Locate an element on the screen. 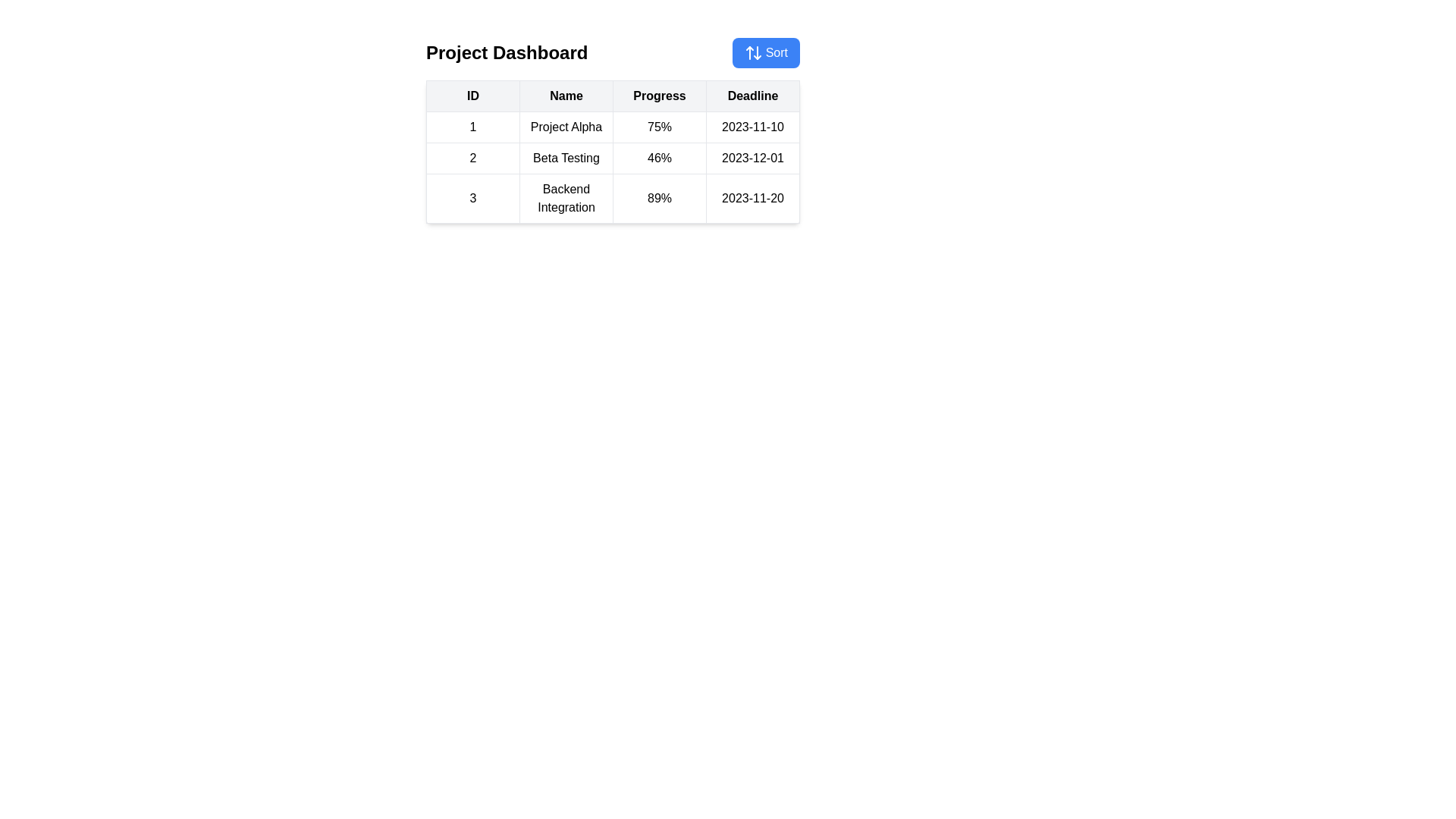 The width and height of the screenshot is (1456, 819). the progress percentage display field located in the 'Progress' column of the table, specifically in the second row corresponding to the task 'Beta Testing' is located at coordinates (659, 158).